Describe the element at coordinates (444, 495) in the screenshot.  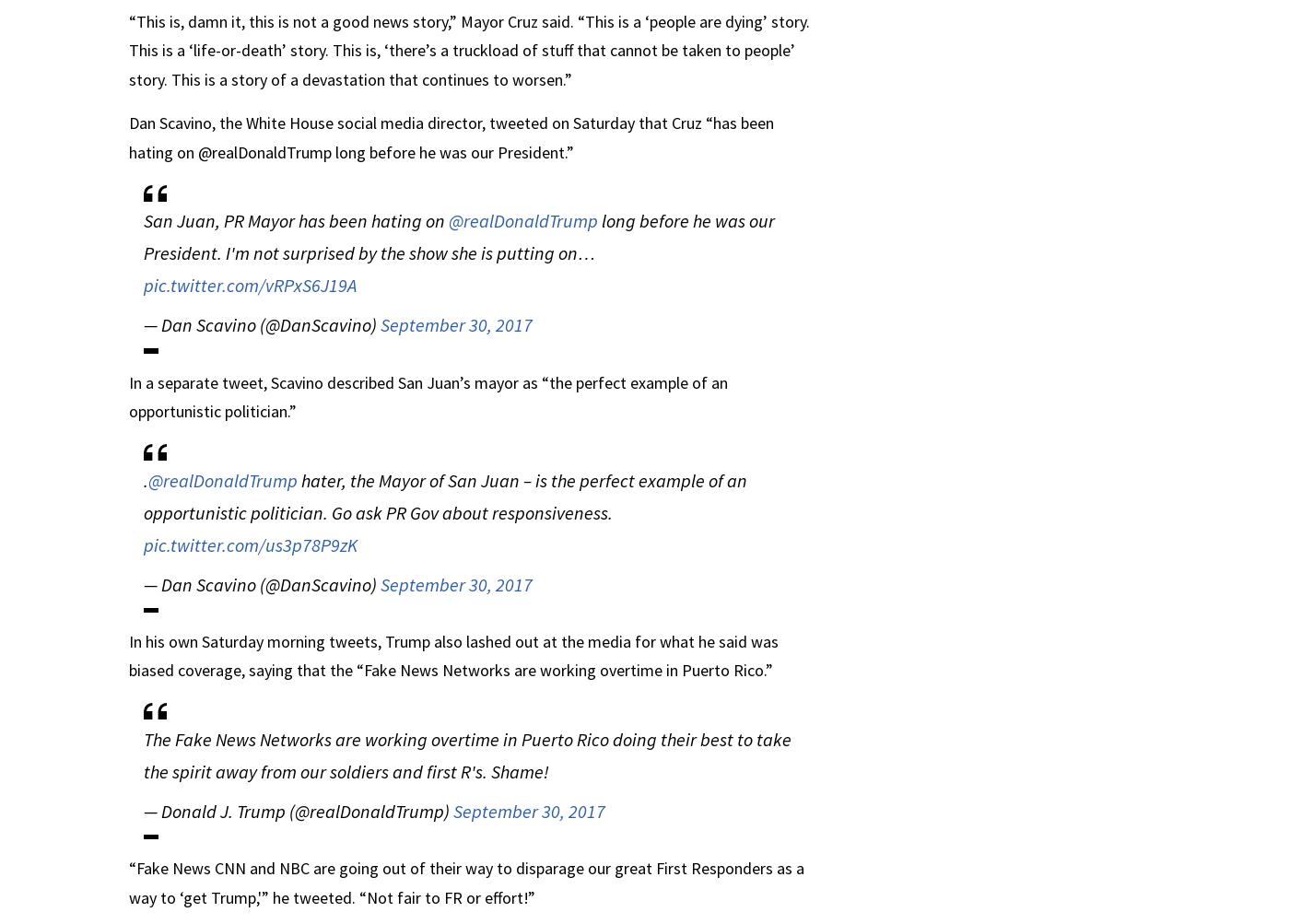
I see `'hater, the Mayor of San Juan – is the perfect example of an opportunistic politician. Go ask PR Gov about responsiveness.'` at that location.